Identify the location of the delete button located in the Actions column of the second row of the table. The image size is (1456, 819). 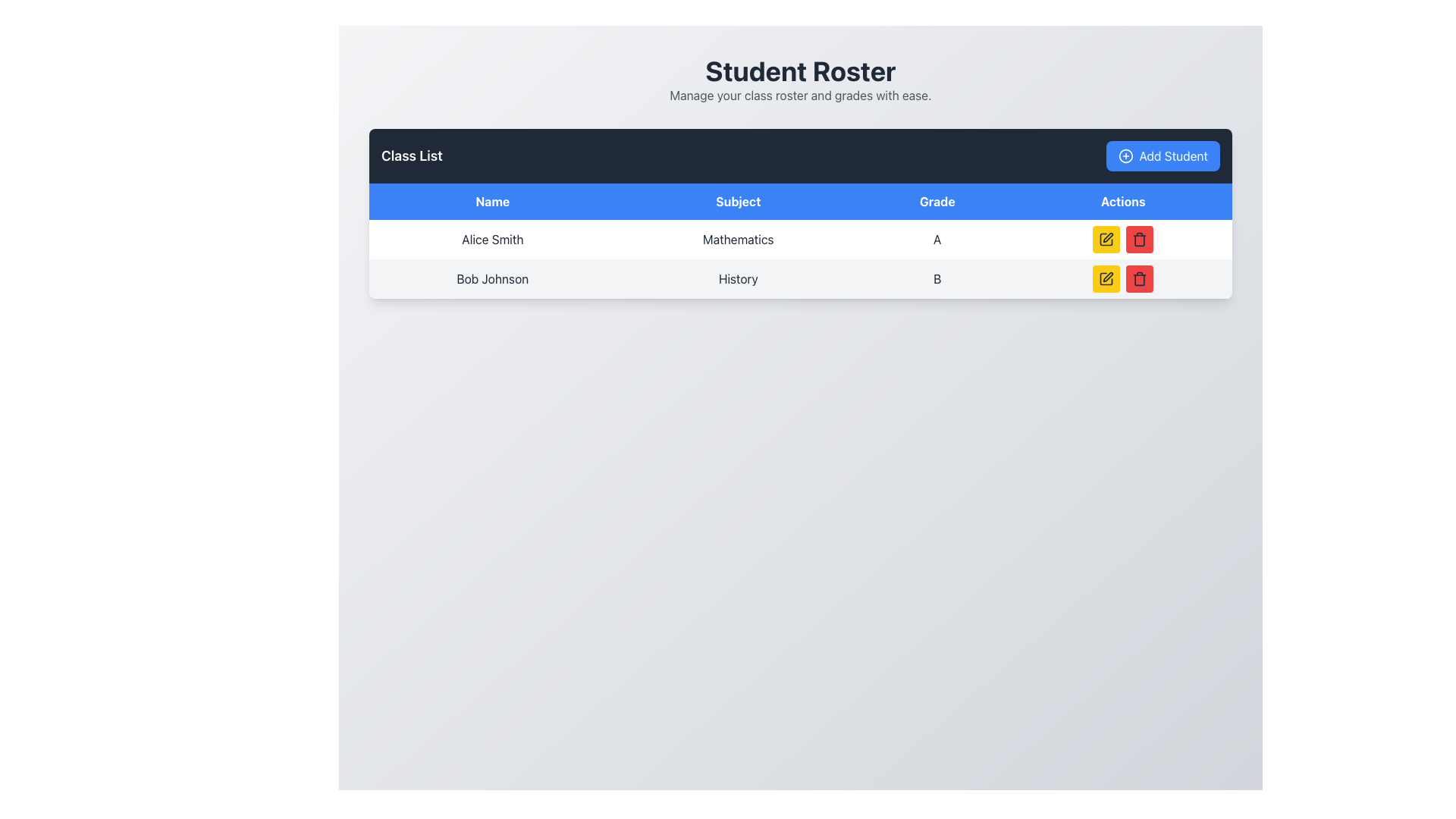
(1140, 278).